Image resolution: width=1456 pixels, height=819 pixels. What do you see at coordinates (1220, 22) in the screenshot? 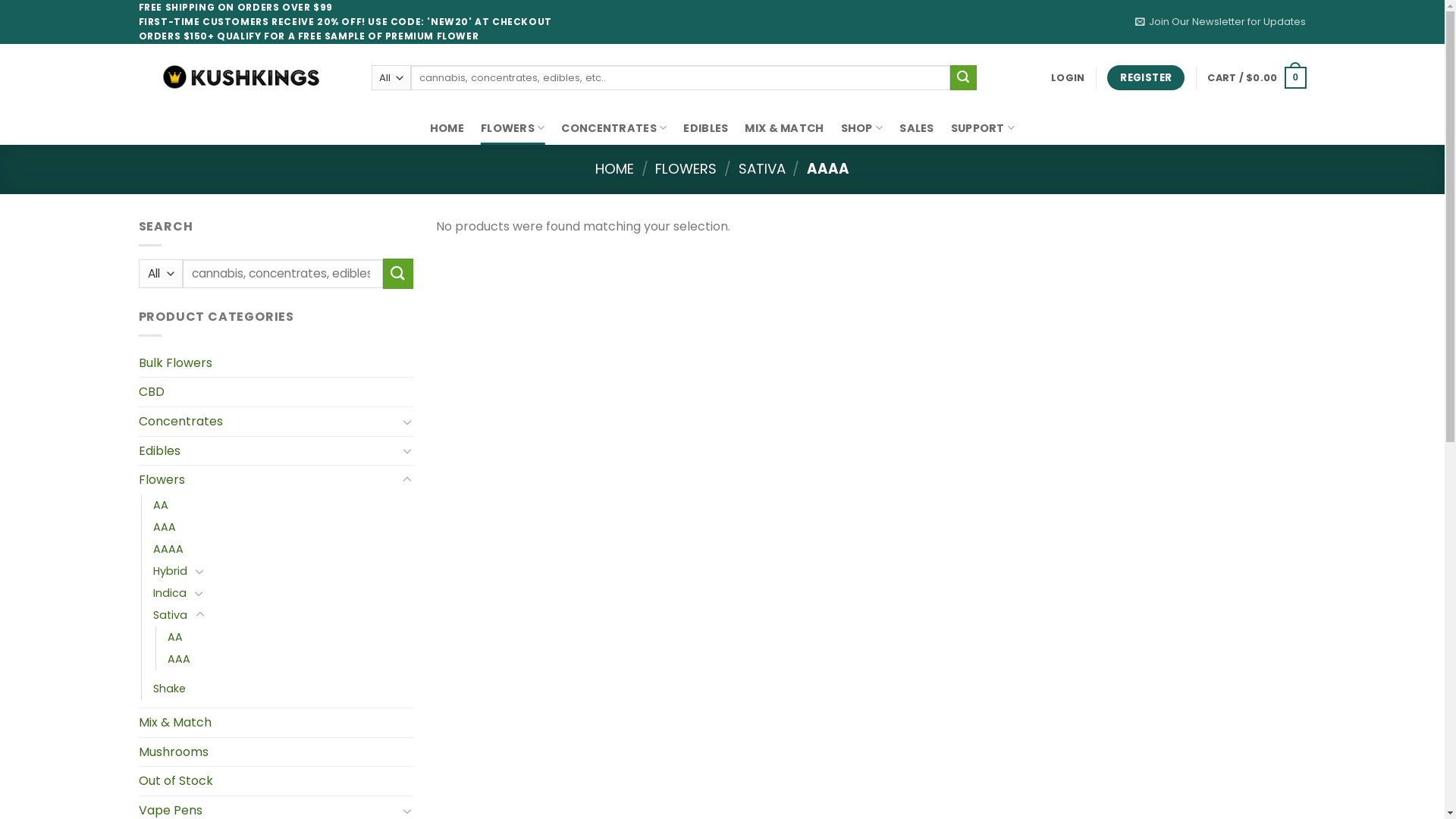
I see `'Join Our Newsletter for Updates'` at bounding box center [1220, 22].